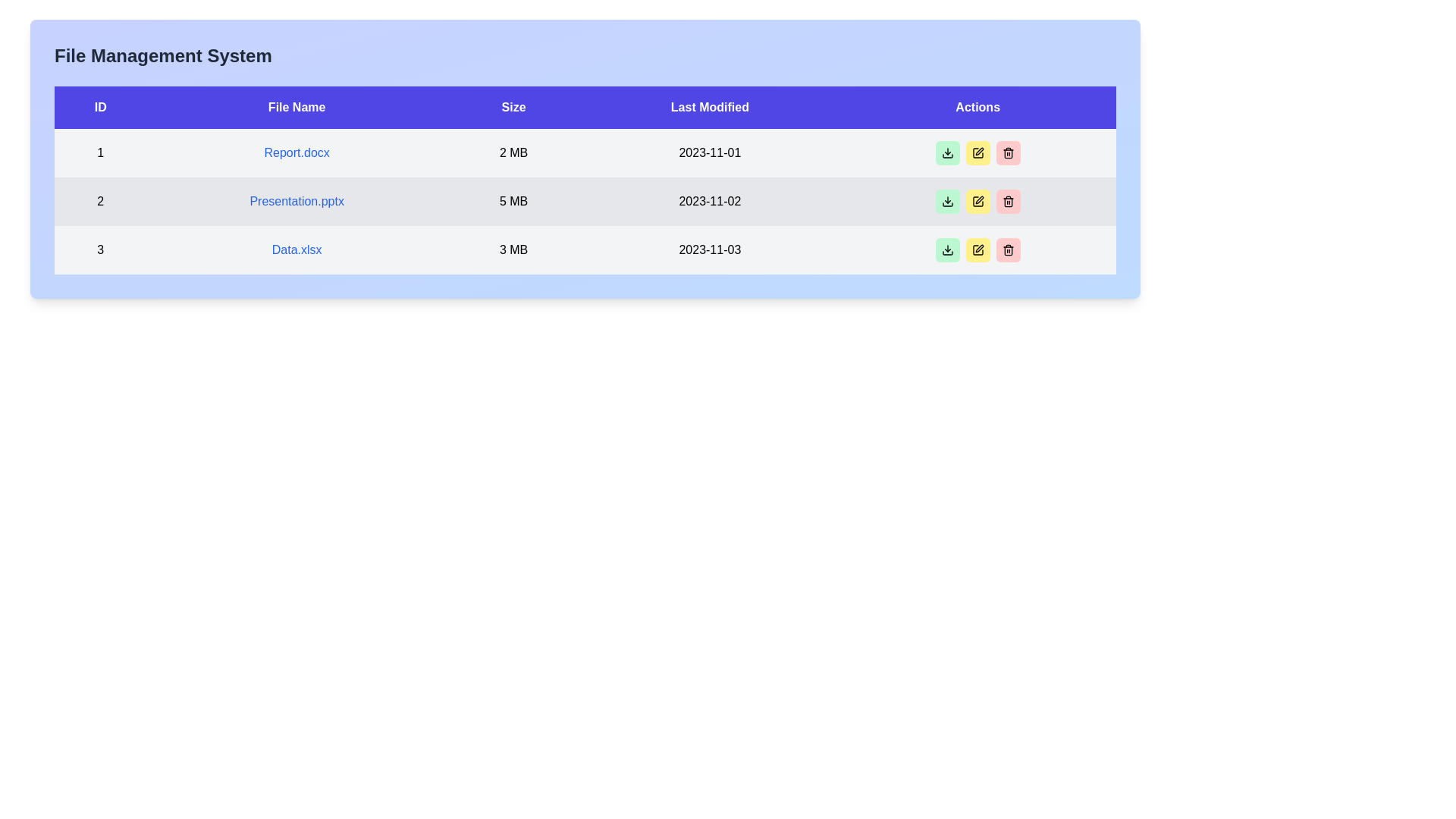  I want to click on the edit icon button in the 'Actions' column of the second row, so click(977, 201).